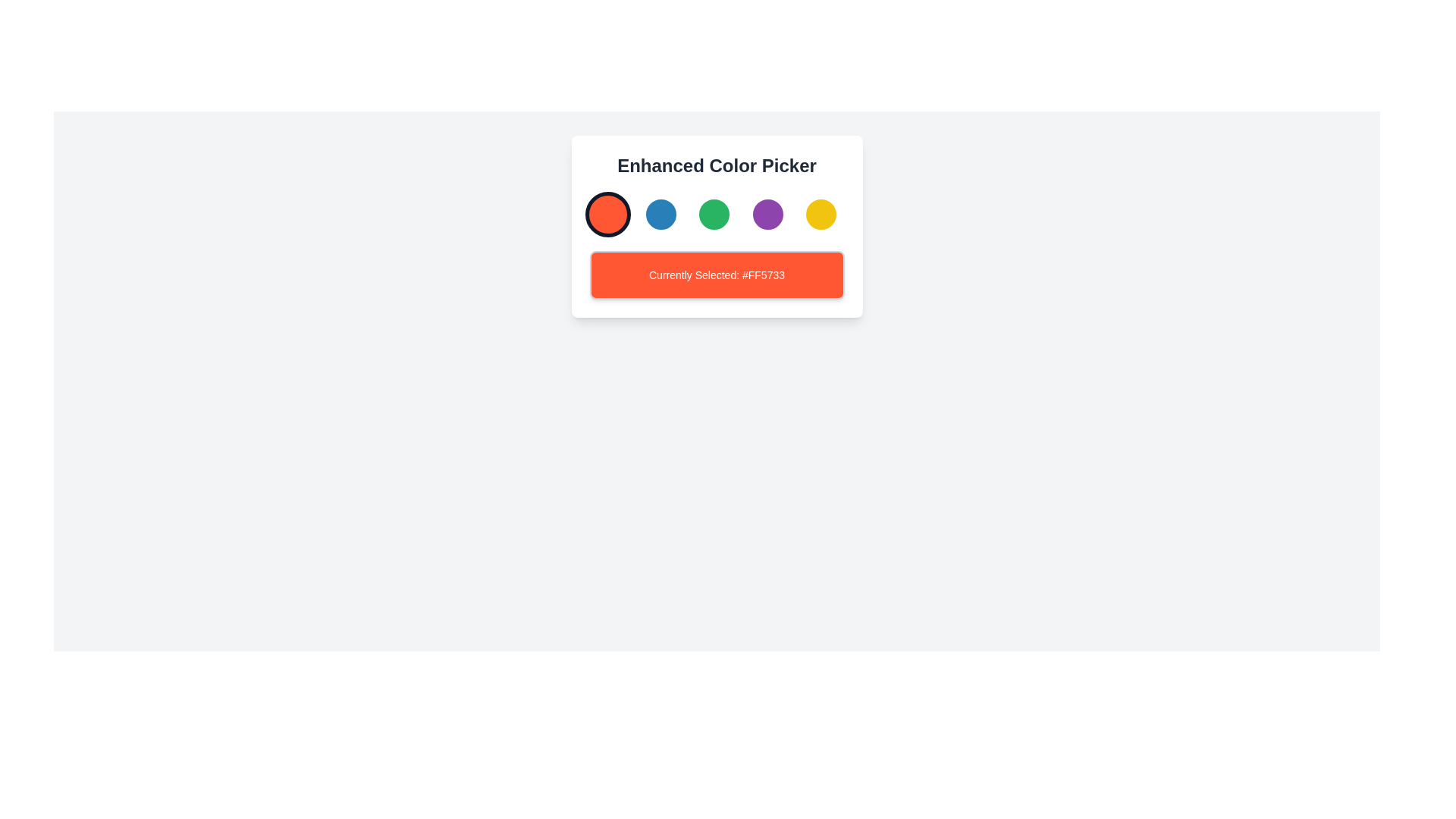 This screenshot has height=819, width=1456. What do you see at coordinates (821, 214) in the screenshot?
I see `the last circular button with a yellow fill color in the color selection palette` at bounding box center [821, 214].